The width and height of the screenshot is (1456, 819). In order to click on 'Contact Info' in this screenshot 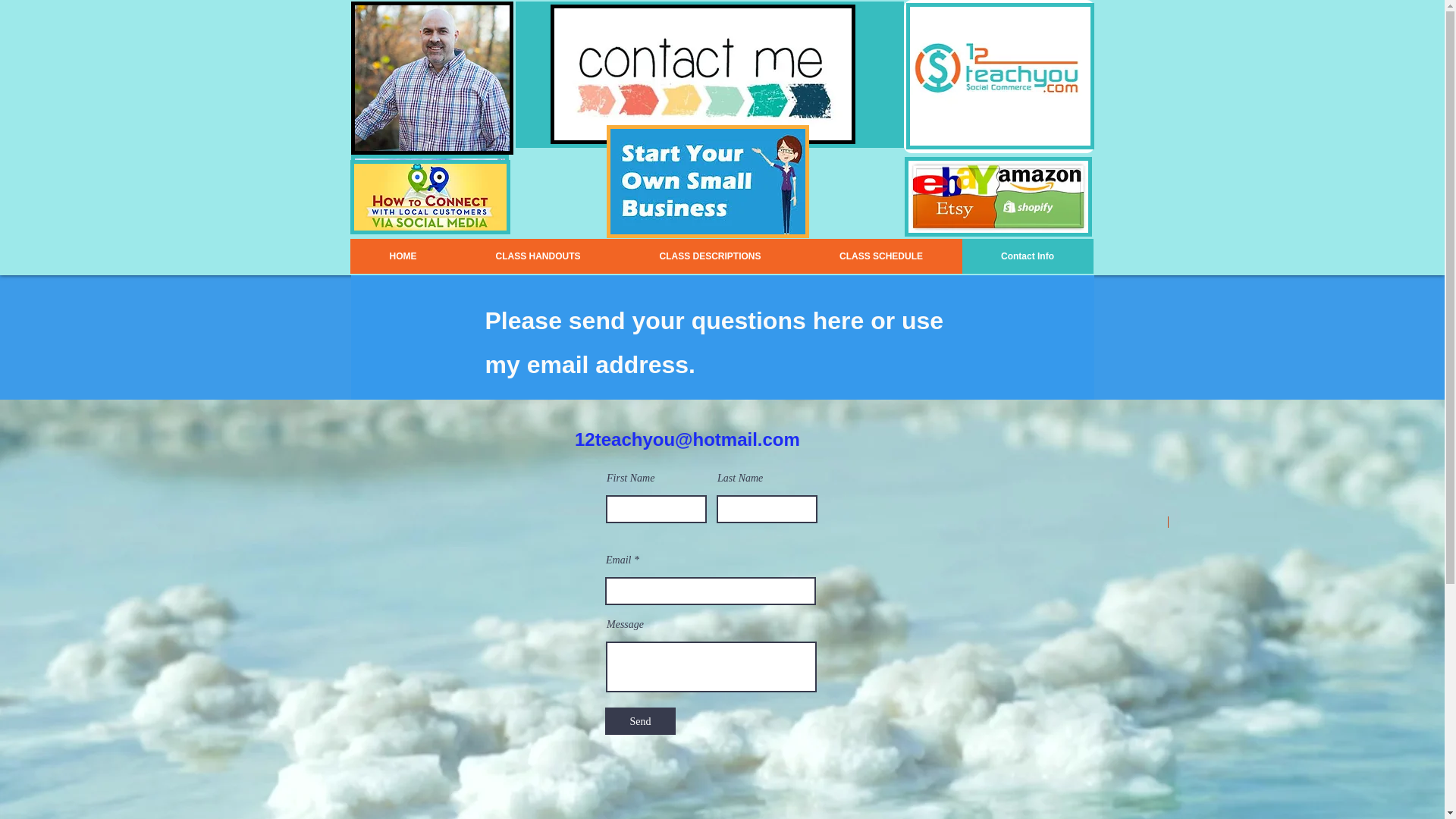, I will do `click(1027, 256)`.